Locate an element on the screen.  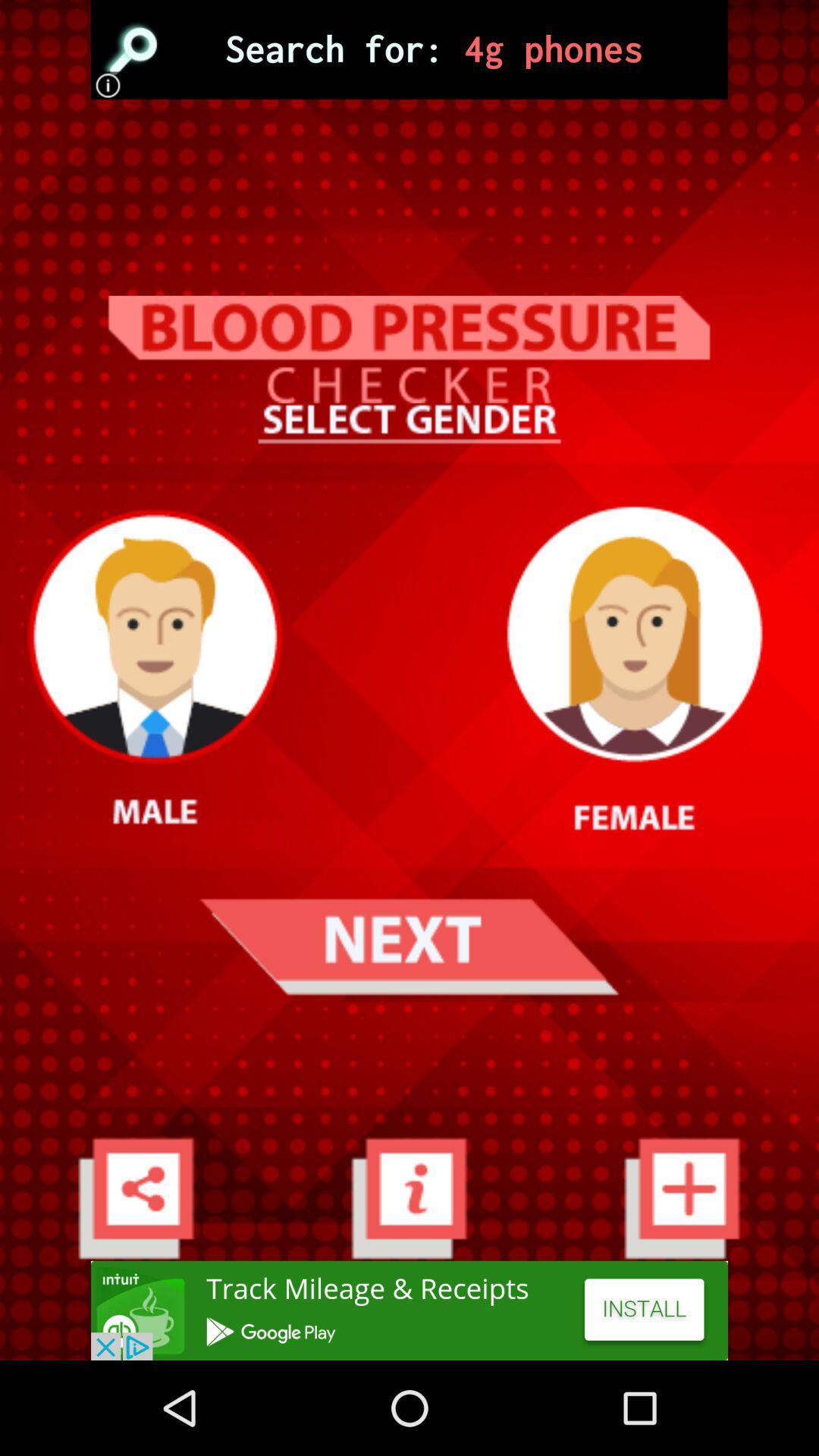
setting option is located at coordinates (135, 1197).